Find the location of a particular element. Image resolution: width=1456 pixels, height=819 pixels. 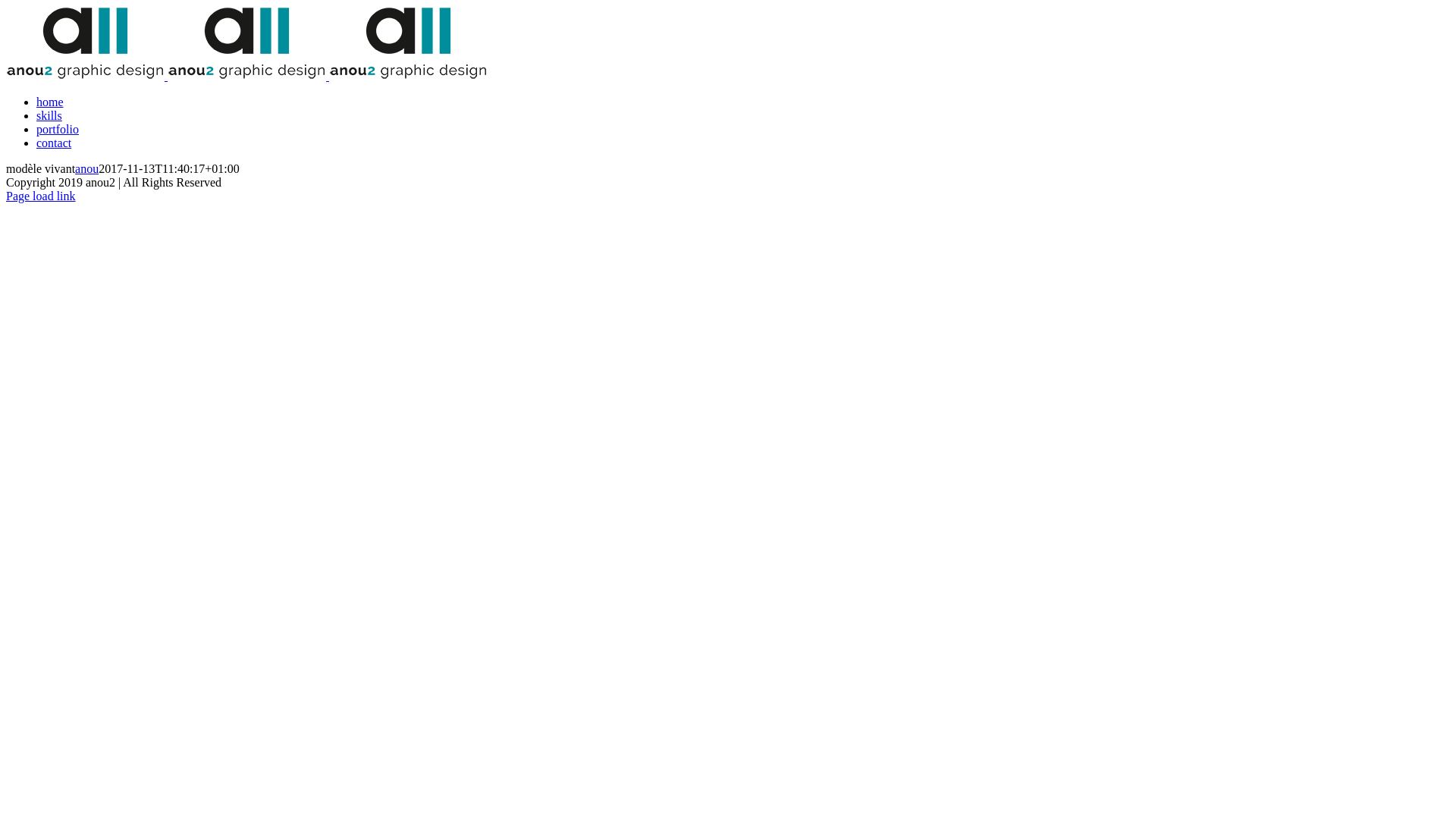

'contact' is located at coordinates (36, 143).